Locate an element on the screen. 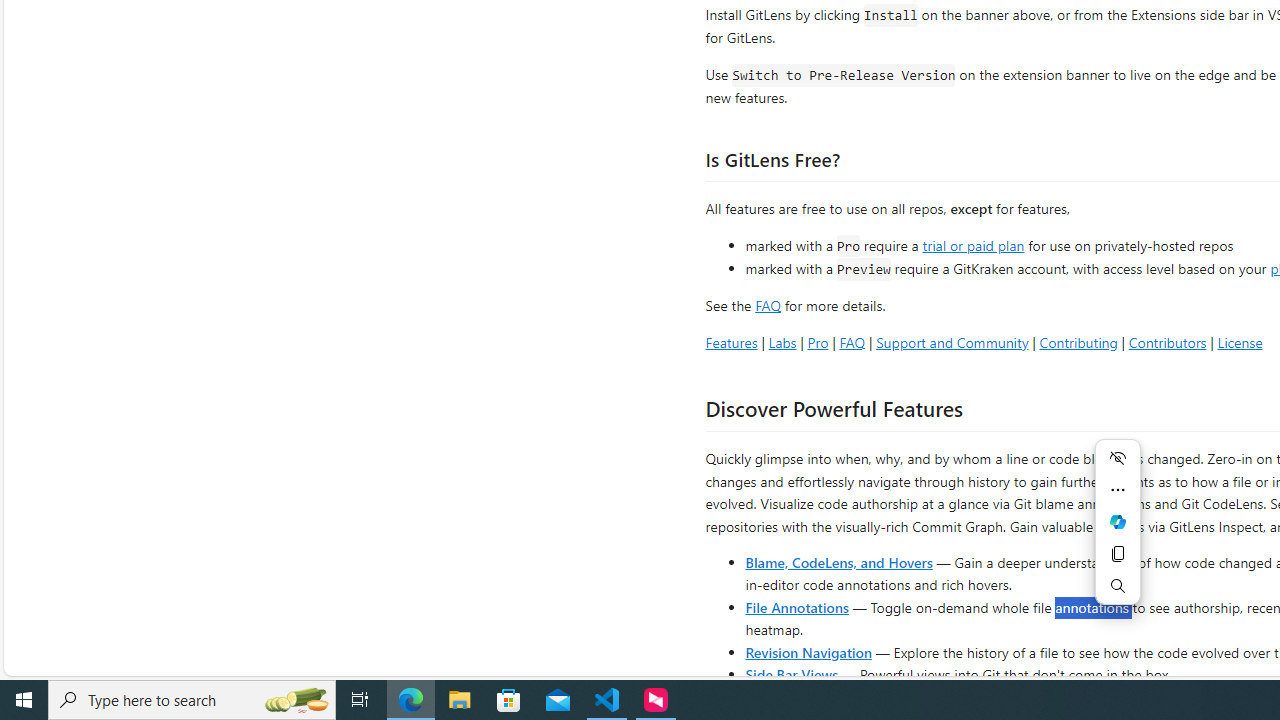 The width and height of the screenshot is (1280, 720). 'License' is located at coordinates (1239, 341).